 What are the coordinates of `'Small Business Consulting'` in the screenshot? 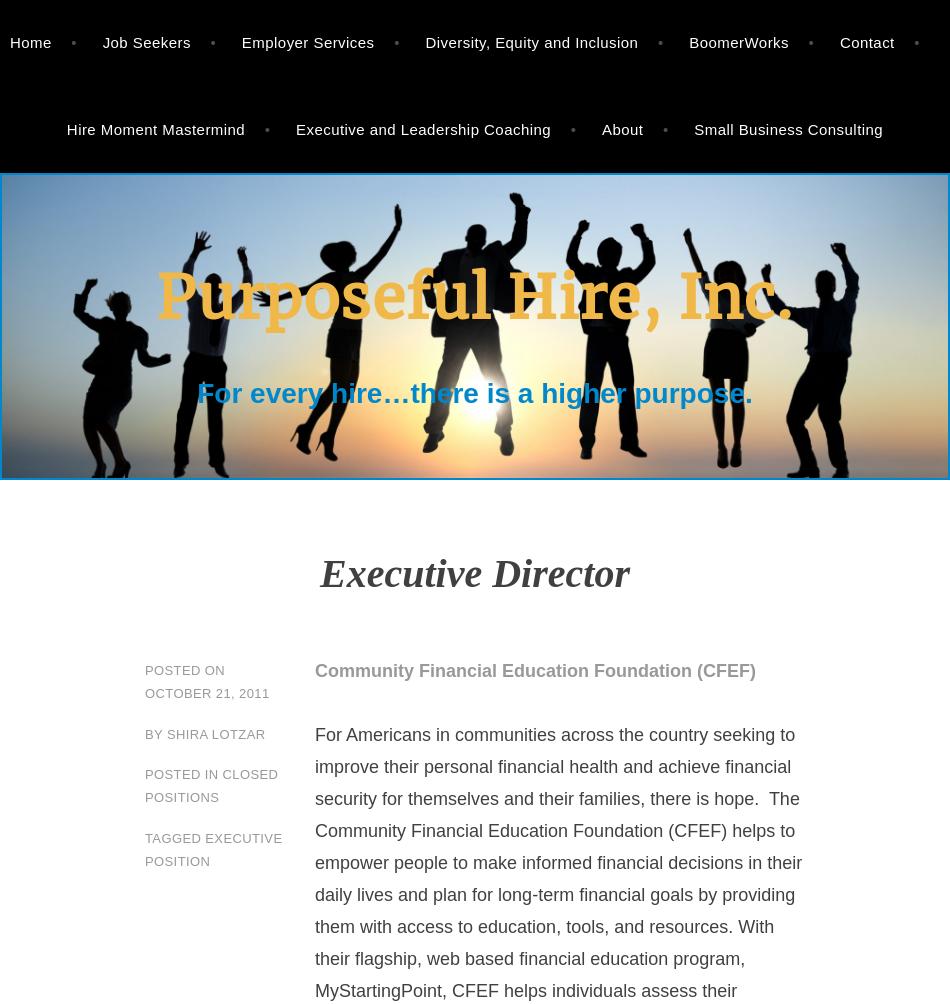 It's located at (787, 127).